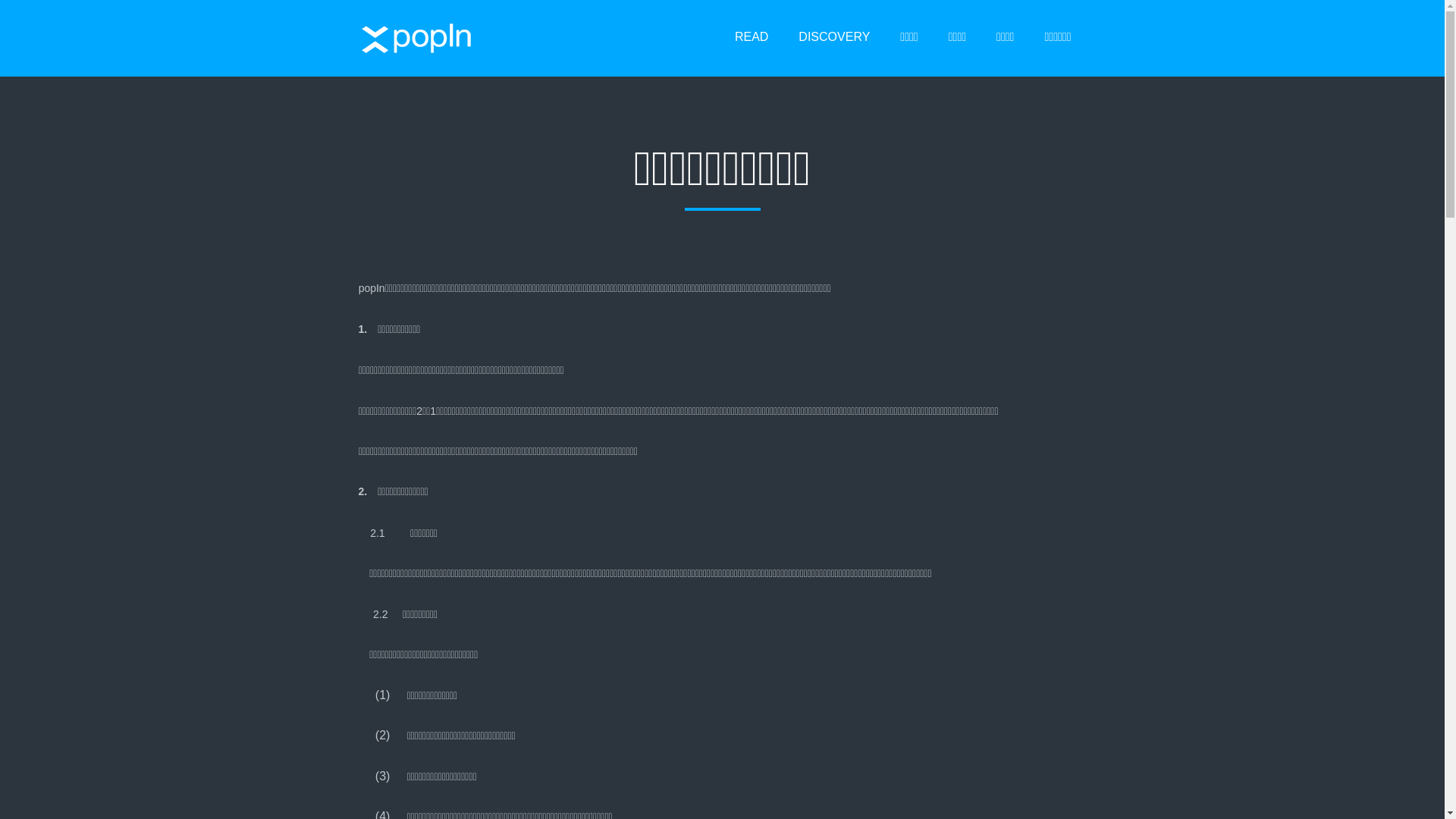 The width and height of the screenshot is (1456, 819). Describe the element at coordinates (833, 37) in the screenshot. I see `'DISCOVERY'` at that location.